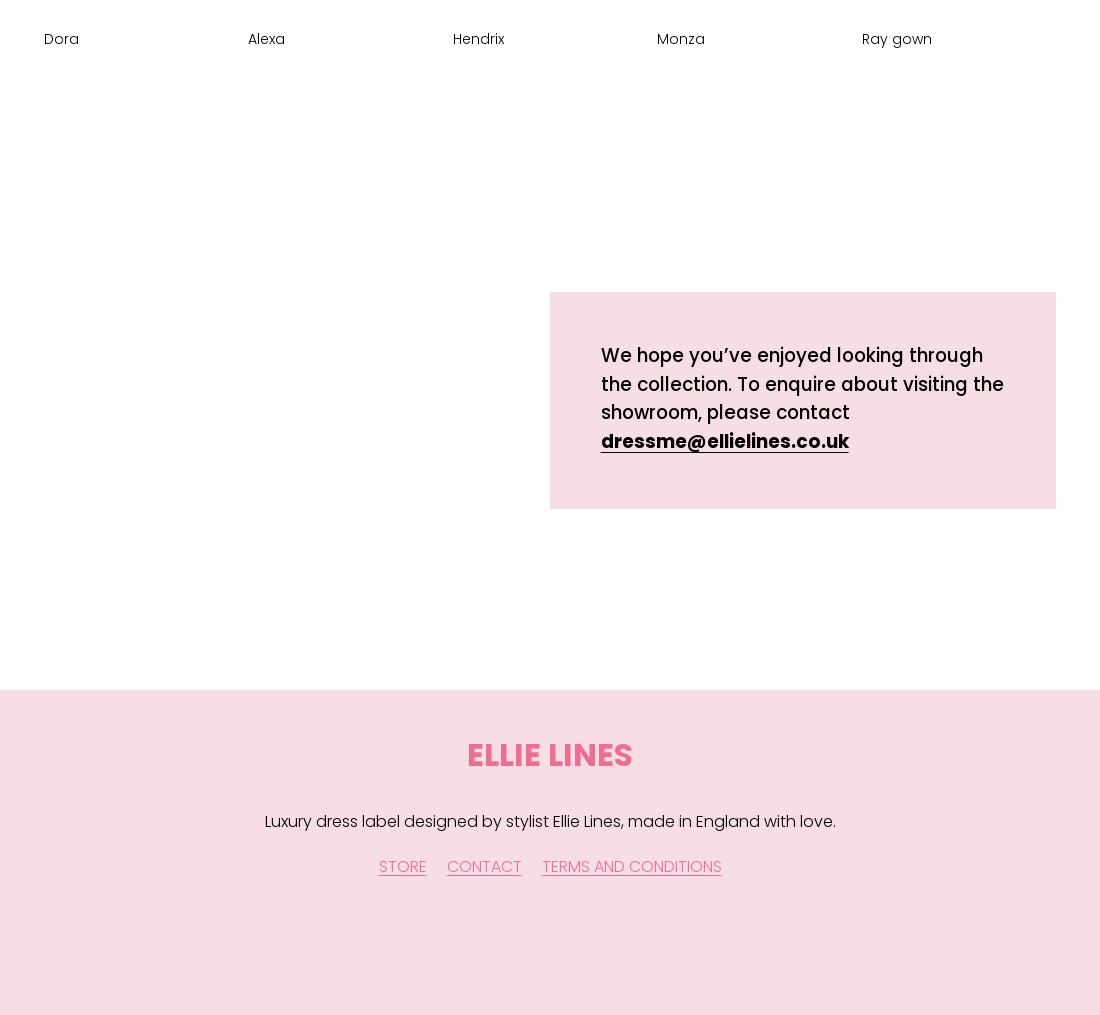  Describe the element at coordinates (549, 821) in the screenshot. I see `'Luxury dress label designed by stylist Ellie Lines, made in England with love.'` at that location.